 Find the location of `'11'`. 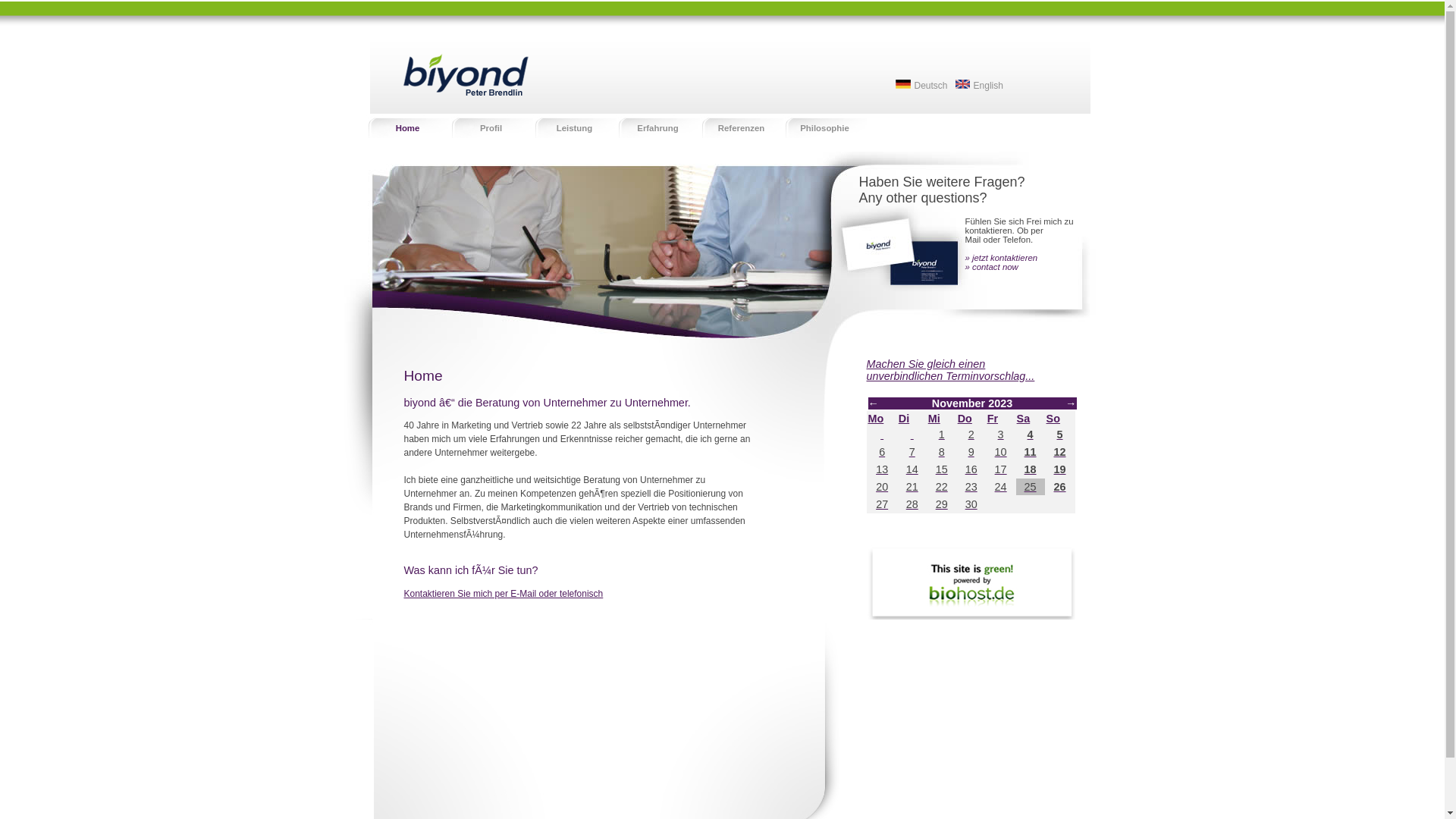

'11' is located at coordinates (1030, 451).